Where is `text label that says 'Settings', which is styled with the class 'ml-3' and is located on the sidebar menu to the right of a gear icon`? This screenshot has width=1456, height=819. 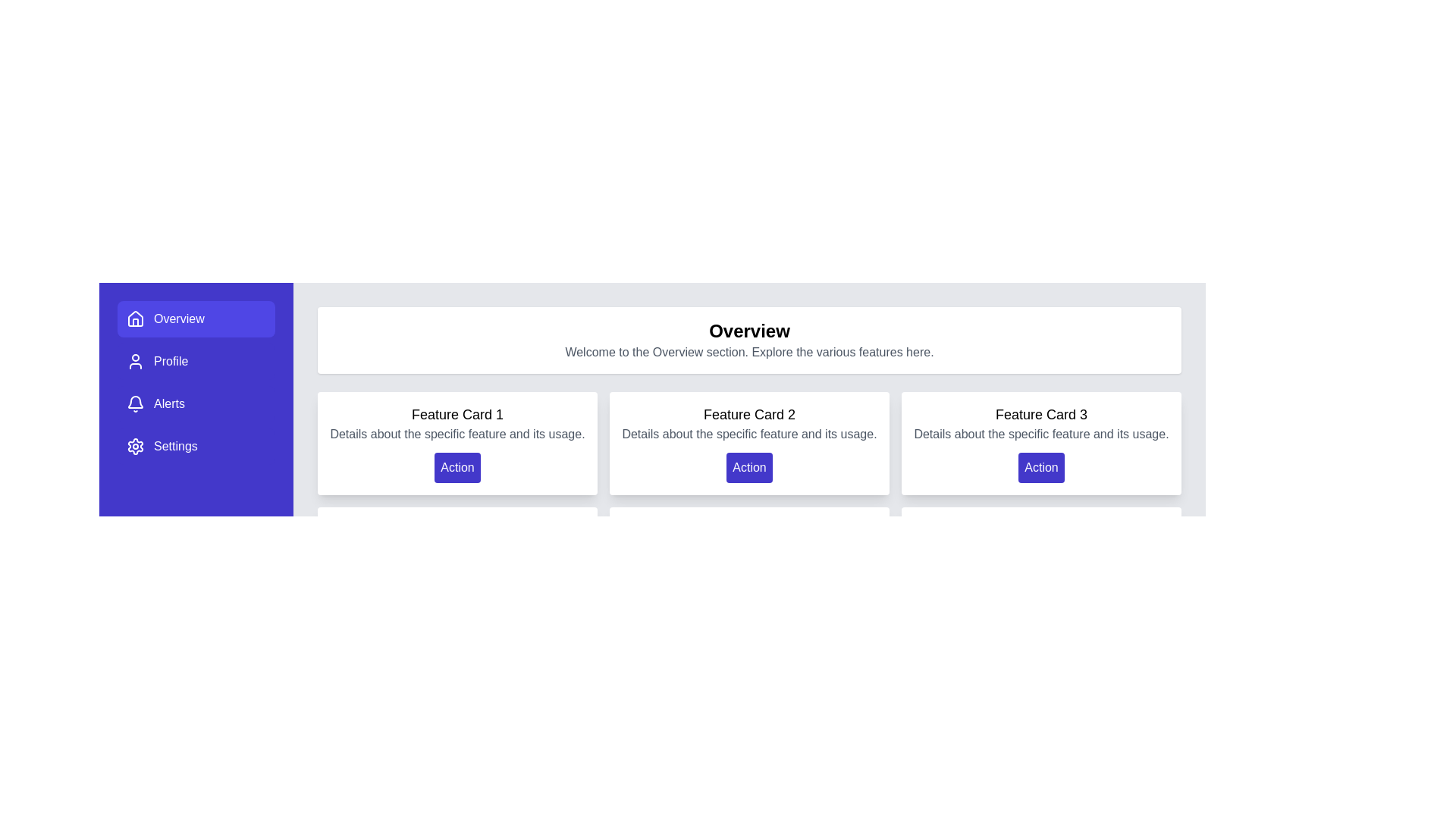 text label that says 'Settings', which is styled with the class 'ml-3' and is located on the sidebar menu to the right of a gear icon is located at coordinates (175, 446).